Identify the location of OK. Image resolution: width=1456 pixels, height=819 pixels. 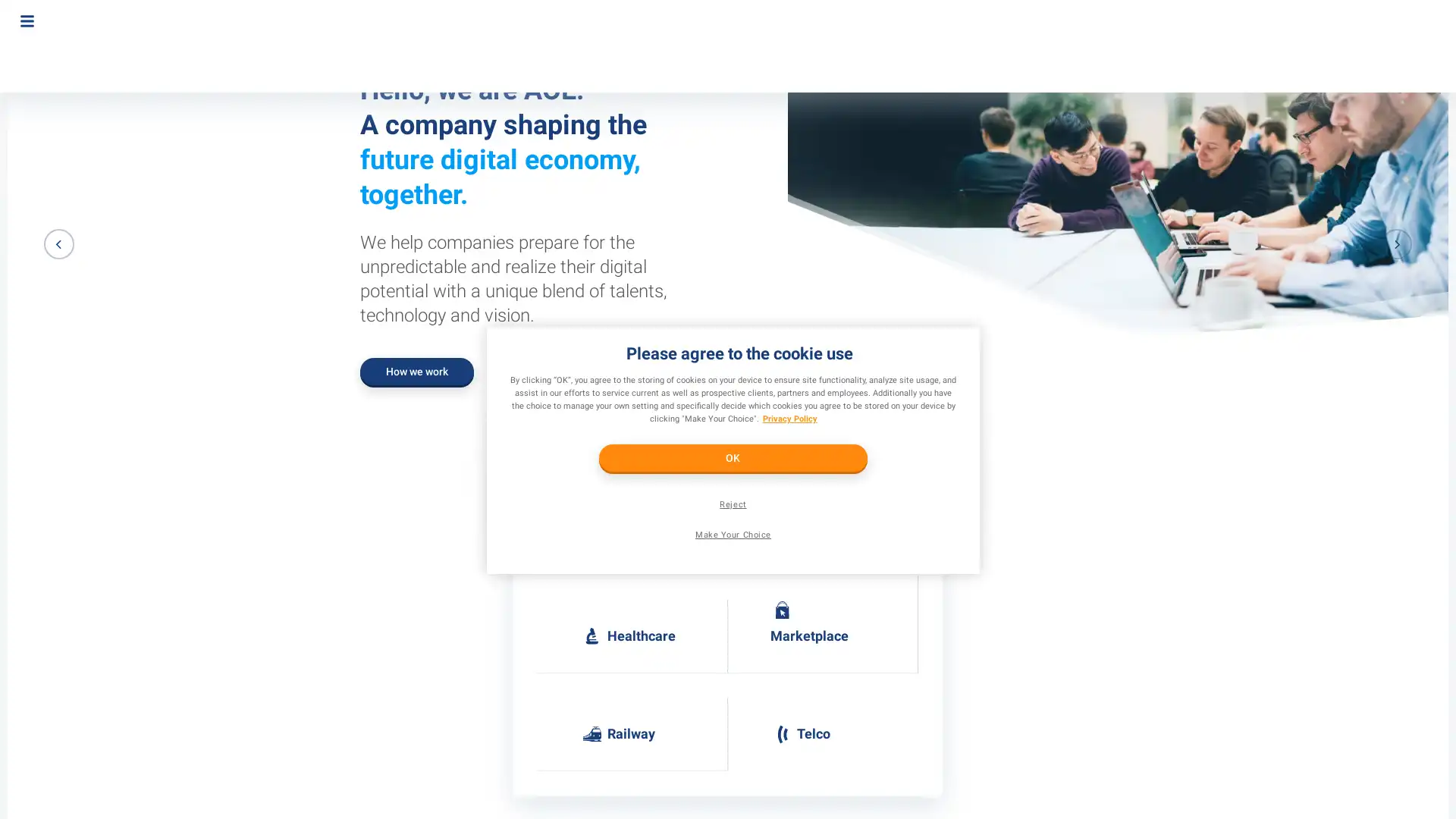
(733, 457).